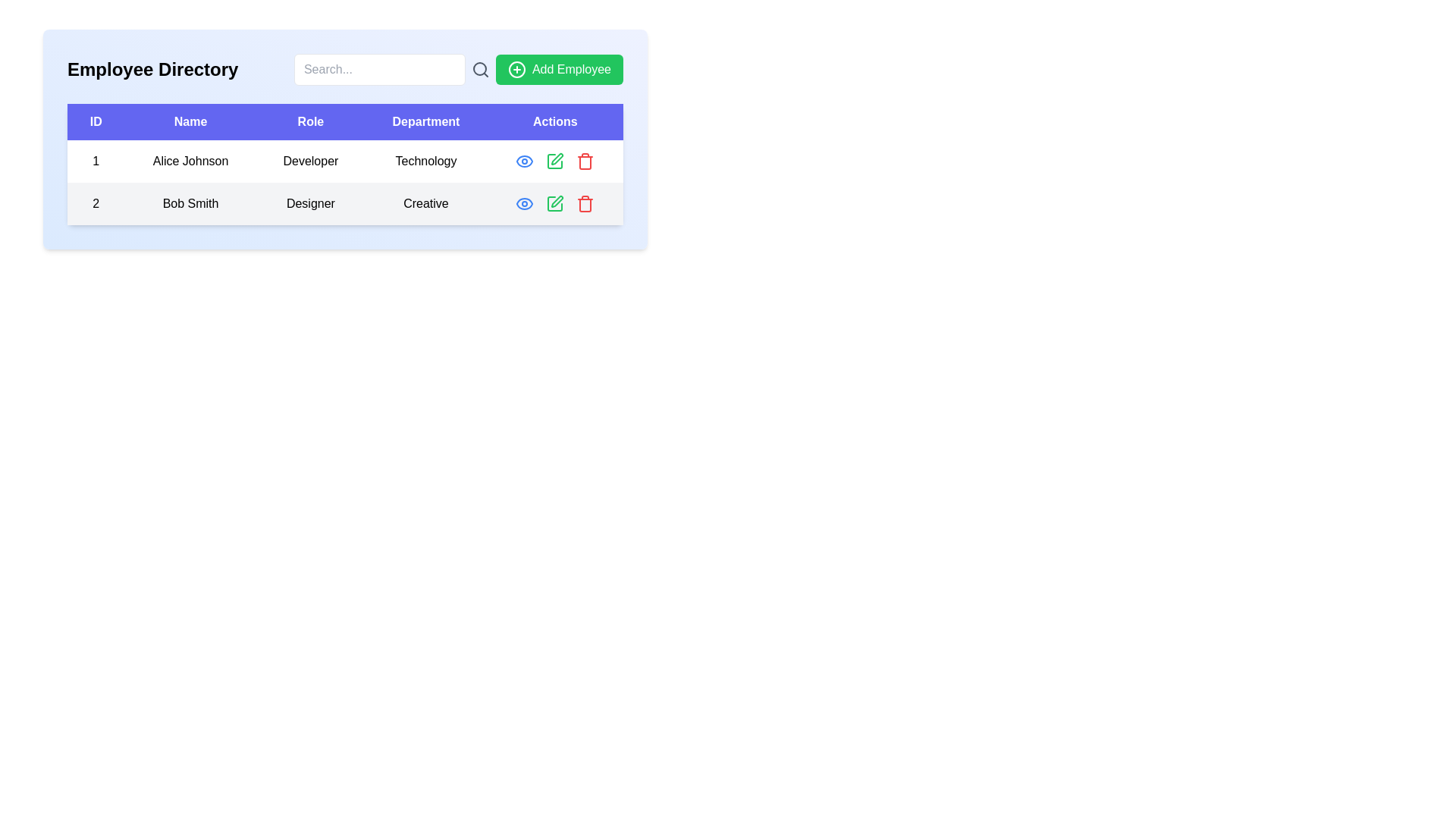 The height and width of the screenshot is (819, 1456). What do you see at coordinates (425, 121) in the screenshot?
I see `the 'Department' column header in the table, which is the fourth column between 'Role' and 'Actions'` at bounding box center [425, 121].